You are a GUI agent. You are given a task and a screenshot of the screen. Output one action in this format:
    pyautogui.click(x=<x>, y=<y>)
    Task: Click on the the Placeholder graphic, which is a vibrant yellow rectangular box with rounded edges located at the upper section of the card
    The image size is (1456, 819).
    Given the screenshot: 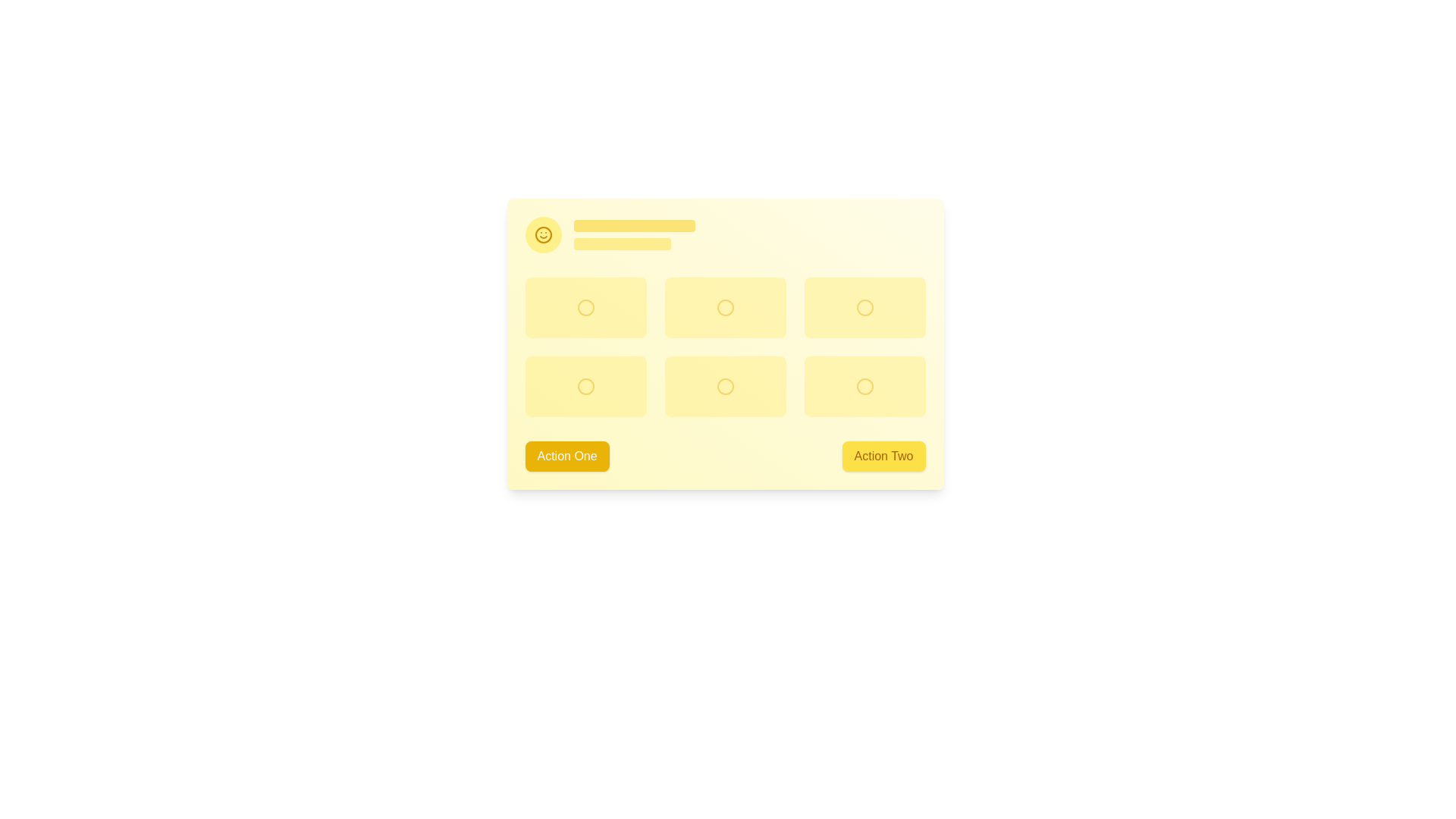 What is the action you would take?
    pyautogui.click(x=634, y=225)
    